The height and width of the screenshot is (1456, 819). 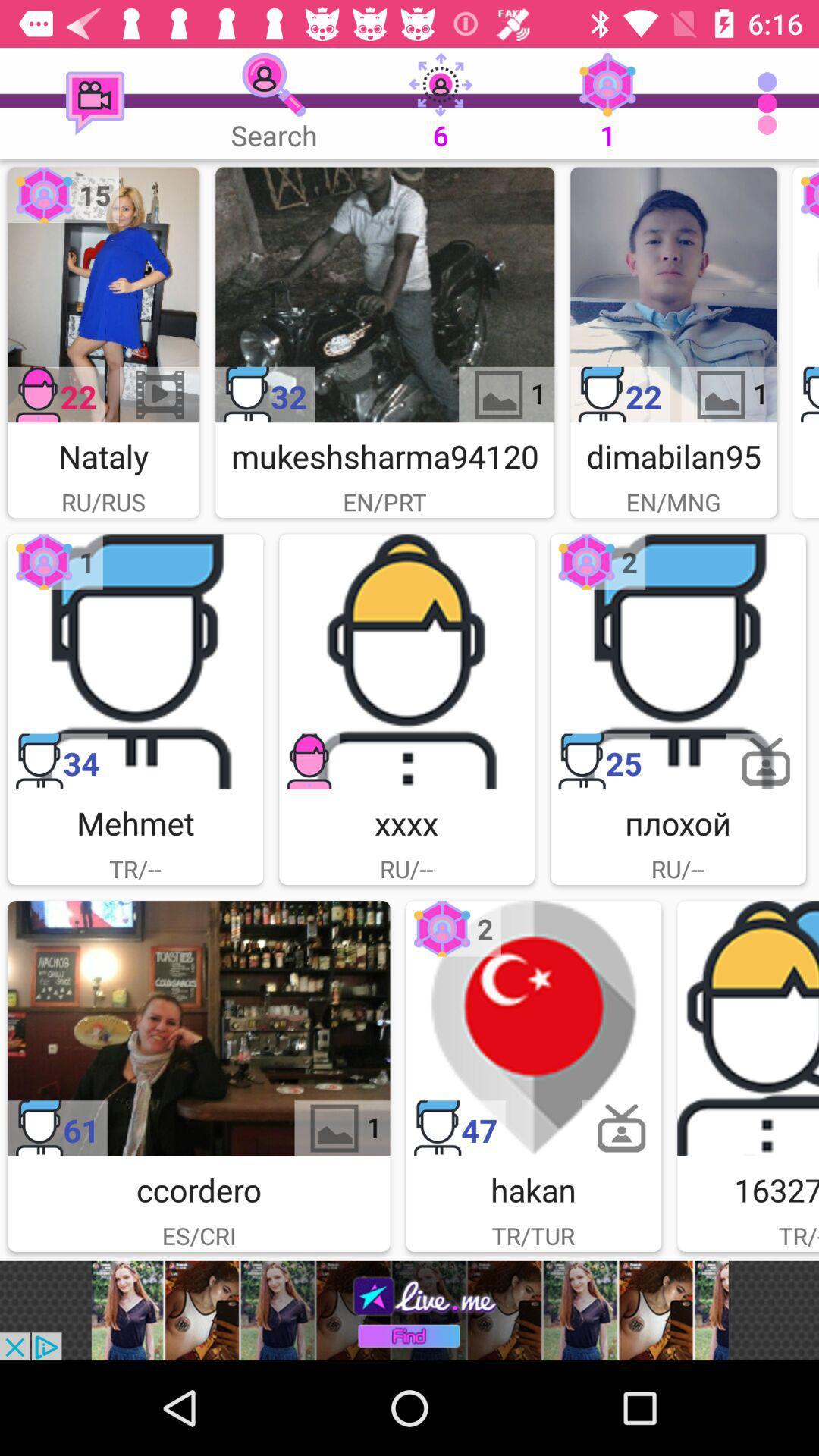 What do you see at coordinates (532, 1028) in the screenshot?
I see `this tile` at bounding box center [532, 1028].